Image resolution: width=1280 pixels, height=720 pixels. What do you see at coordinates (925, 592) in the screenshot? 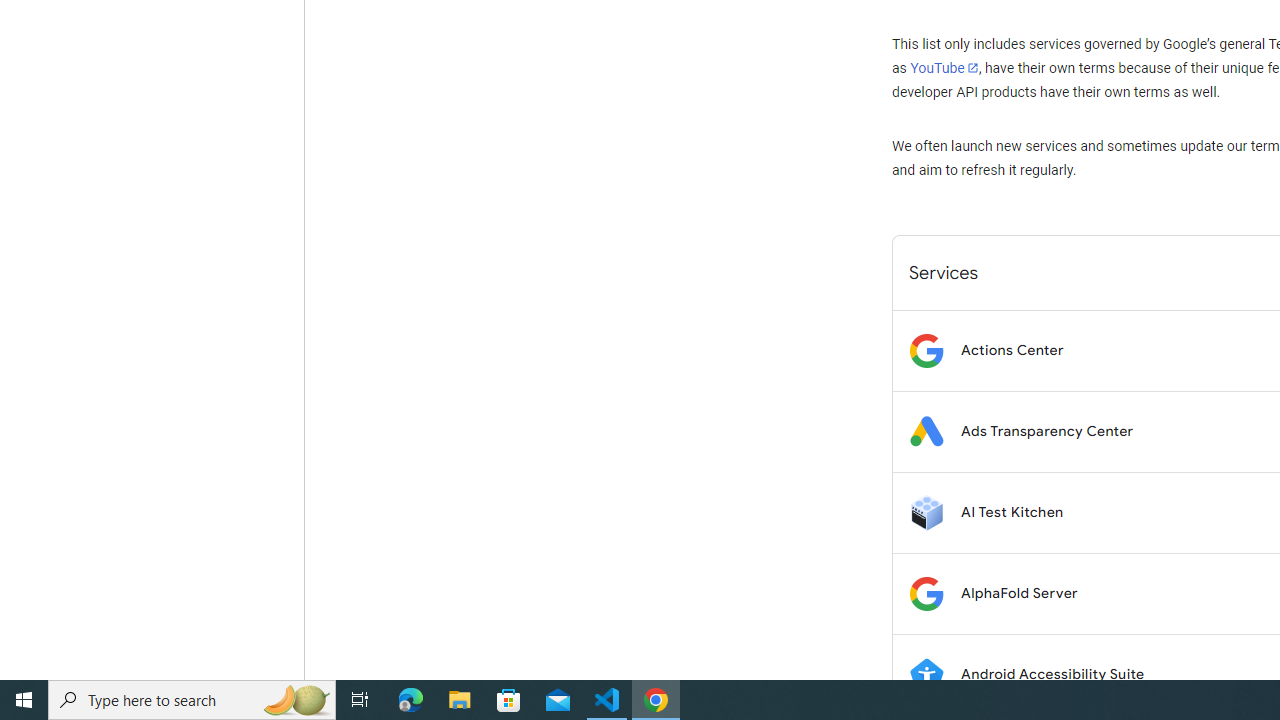
I see `'Logo for AlphaFold Server'` at bounding box center [925, 592].